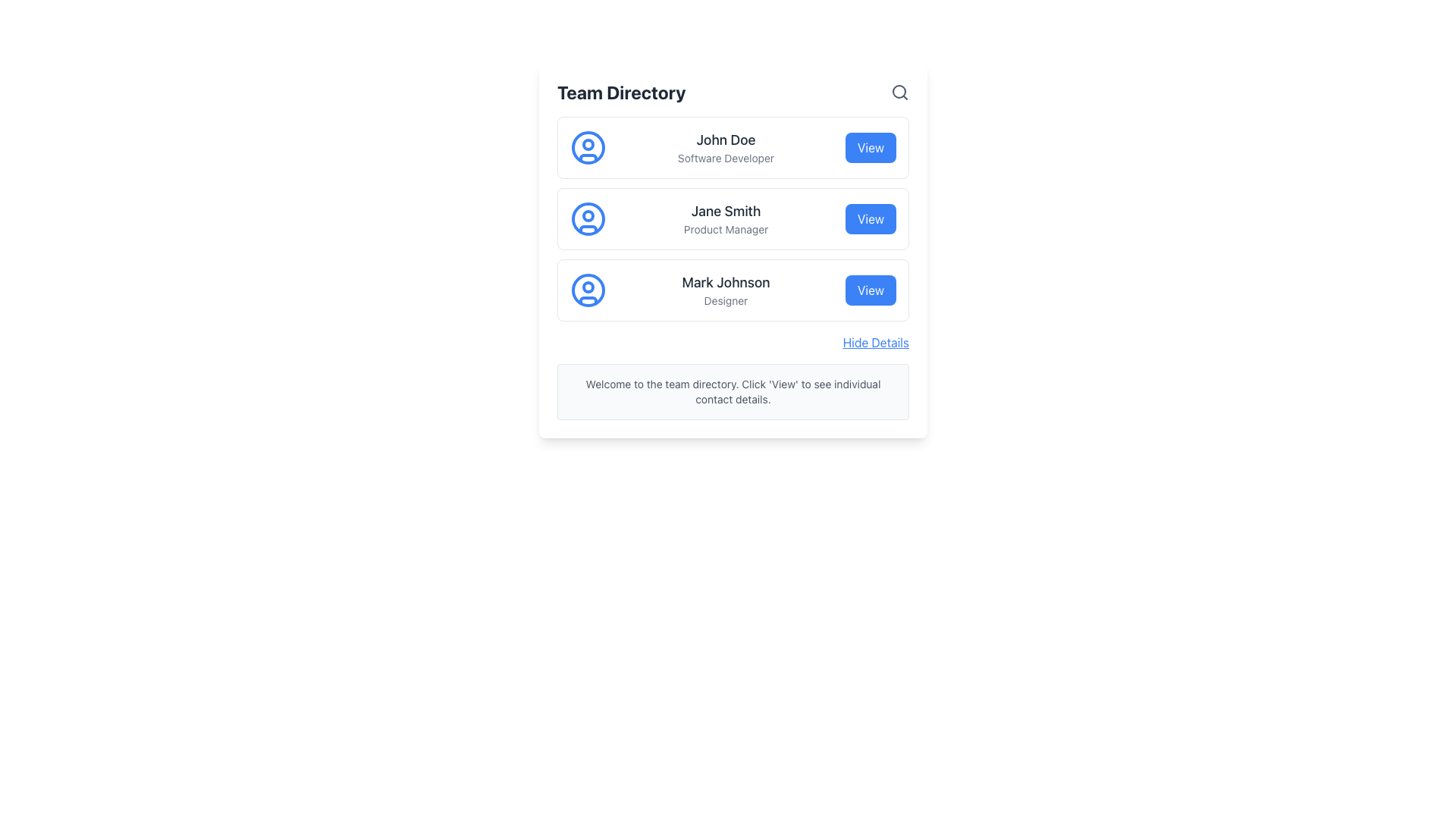 The image size is (1456, 819). What do you see at coordinates (733, 391) in the screenshot?
I see `the instruction text label that provides context for interacting with the 'View' buttons in the team directory interface, located below three profile items` at bounding box center [733, 391].